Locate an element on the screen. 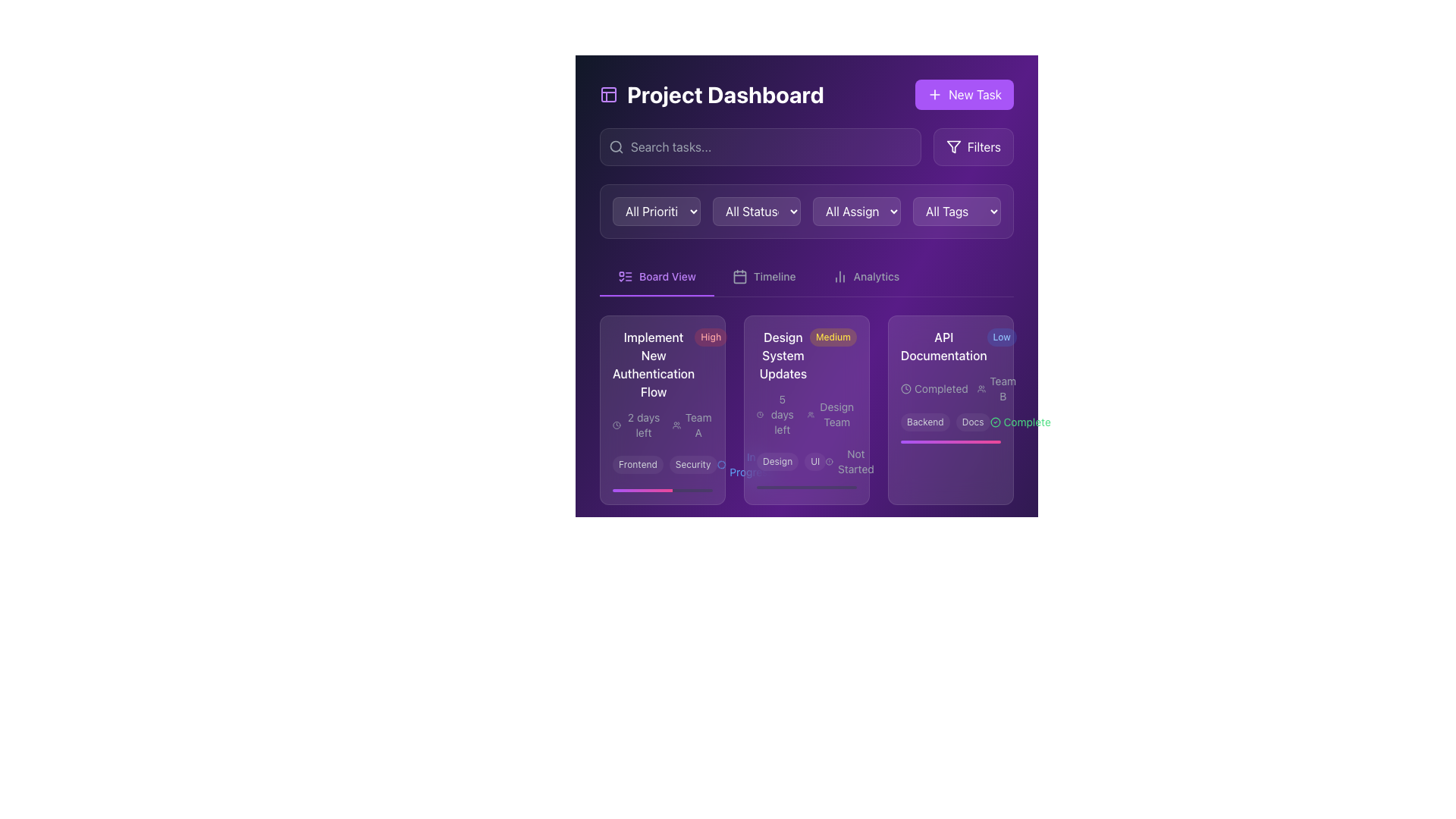  the 'Project Dashboard' section header to emphasize it visually, which is located at the top of the interface with the '+ New Task' button on the far right is located at coordinates (806, 94).